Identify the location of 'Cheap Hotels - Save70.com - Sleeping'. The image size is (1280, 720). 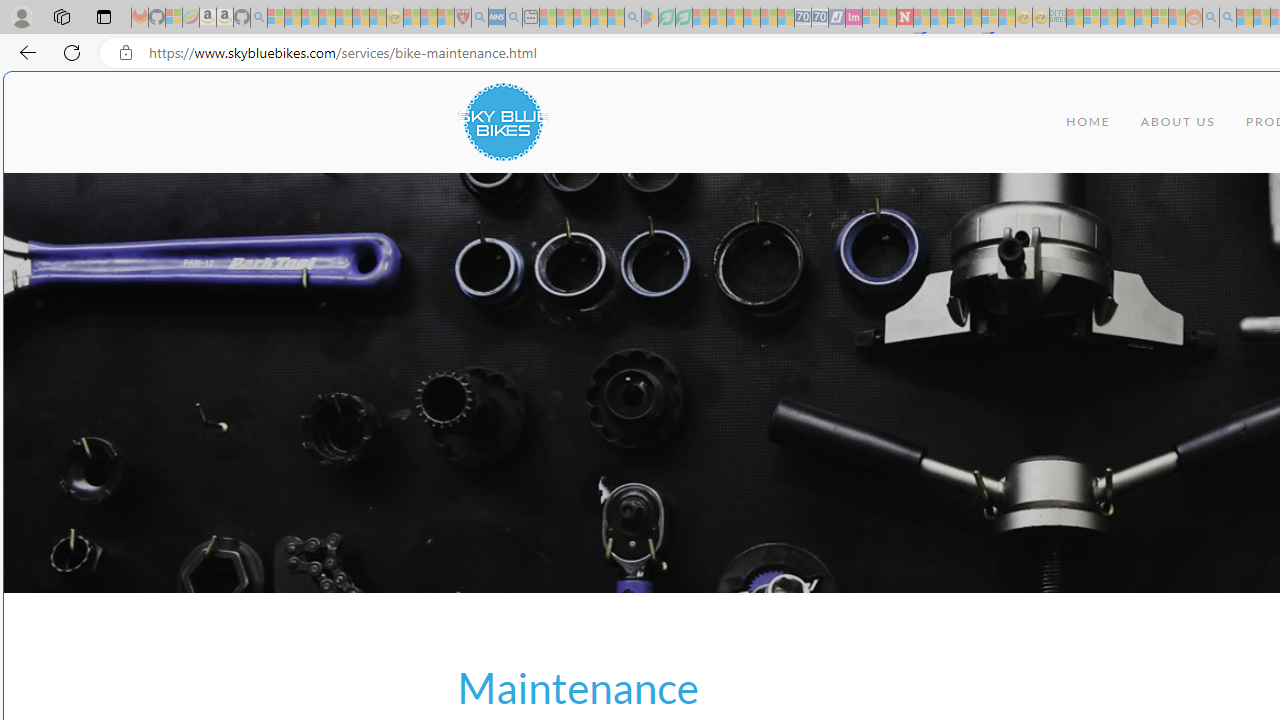
(819, 17).